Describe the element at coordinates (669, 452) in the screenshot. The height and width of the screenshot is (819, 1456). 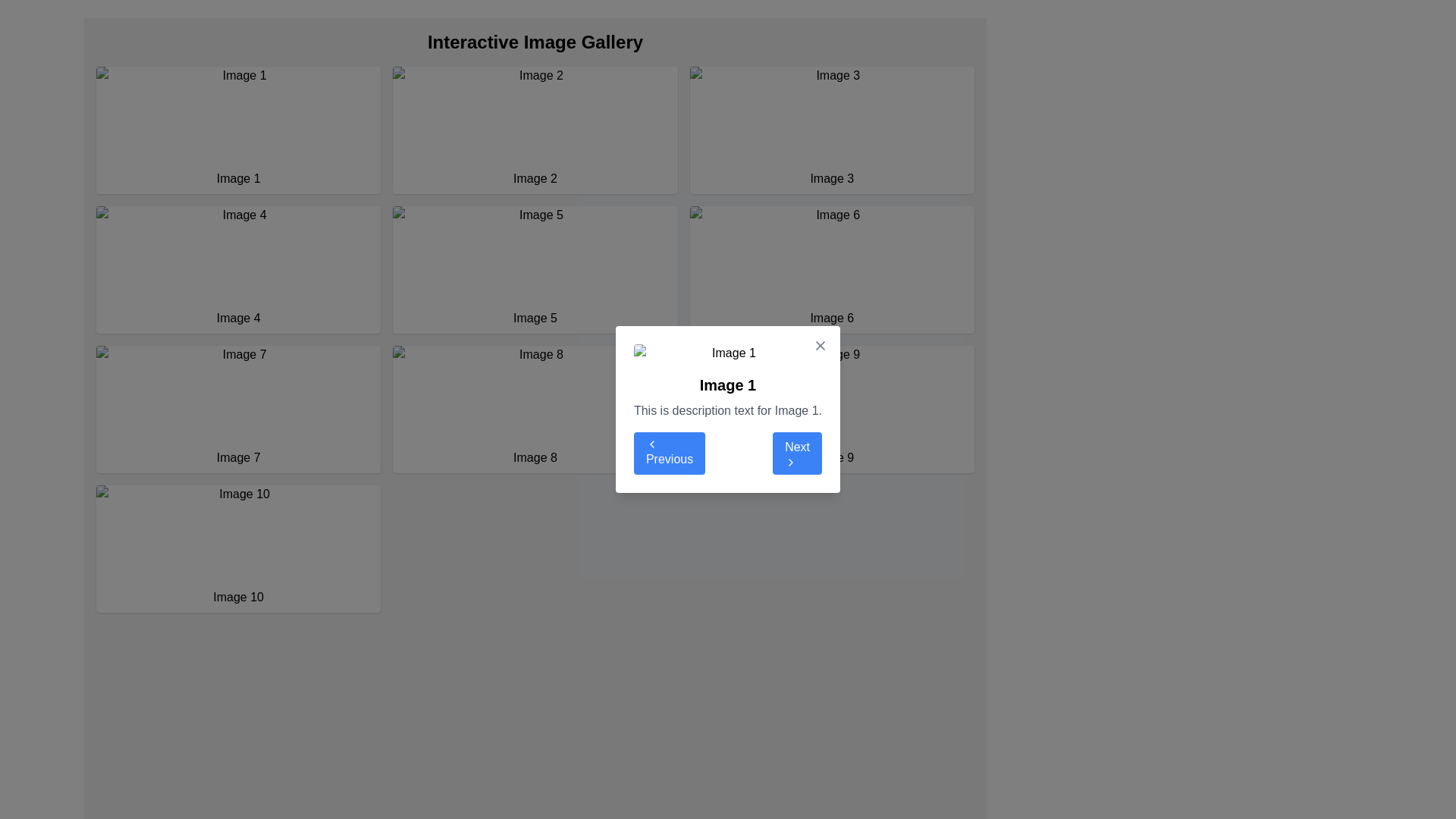
I see `the 'Previous' button` at that location.